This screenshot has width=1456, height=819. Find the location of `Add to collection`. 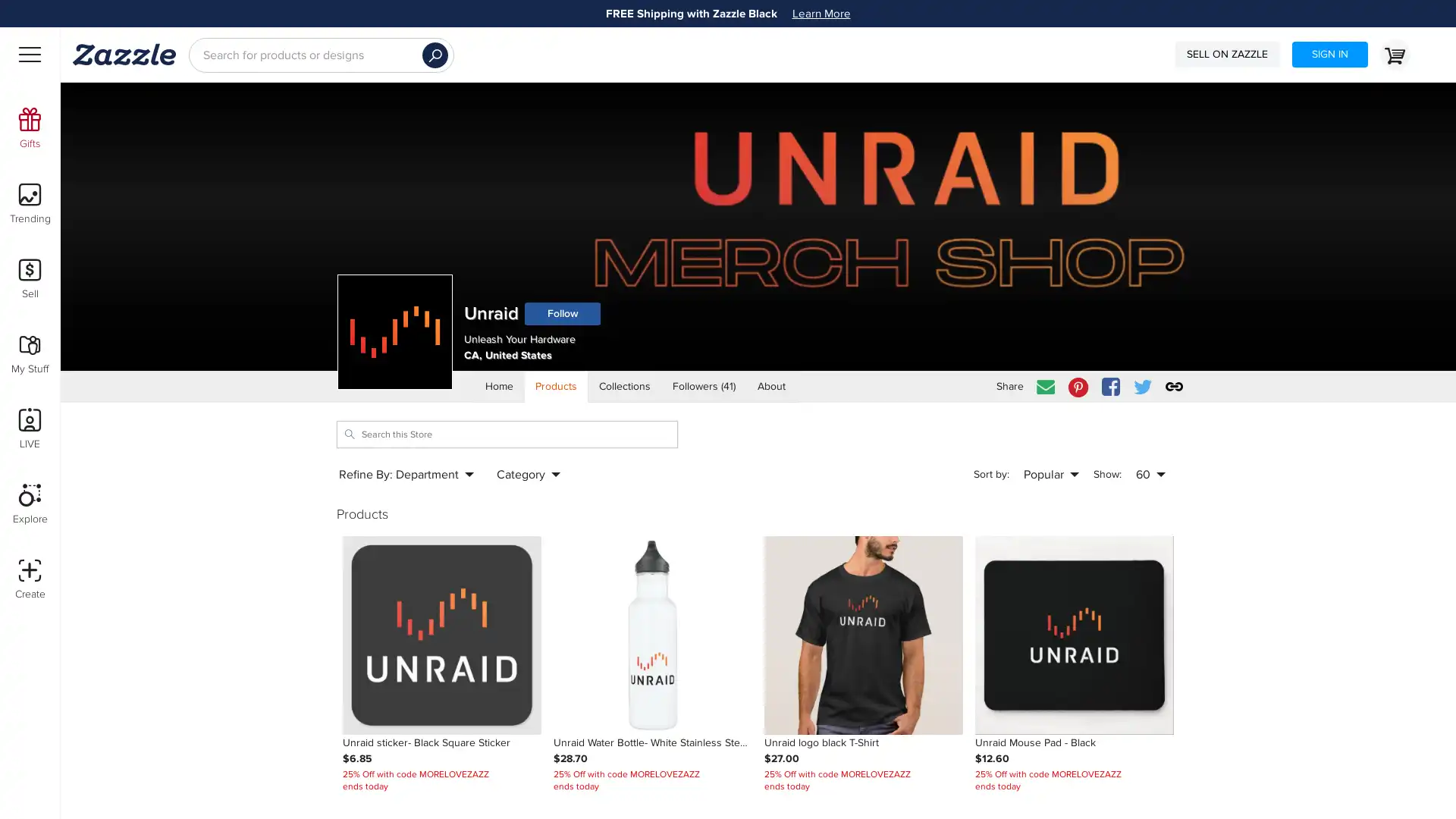

Add to collection is located at coordinates (718, 550).